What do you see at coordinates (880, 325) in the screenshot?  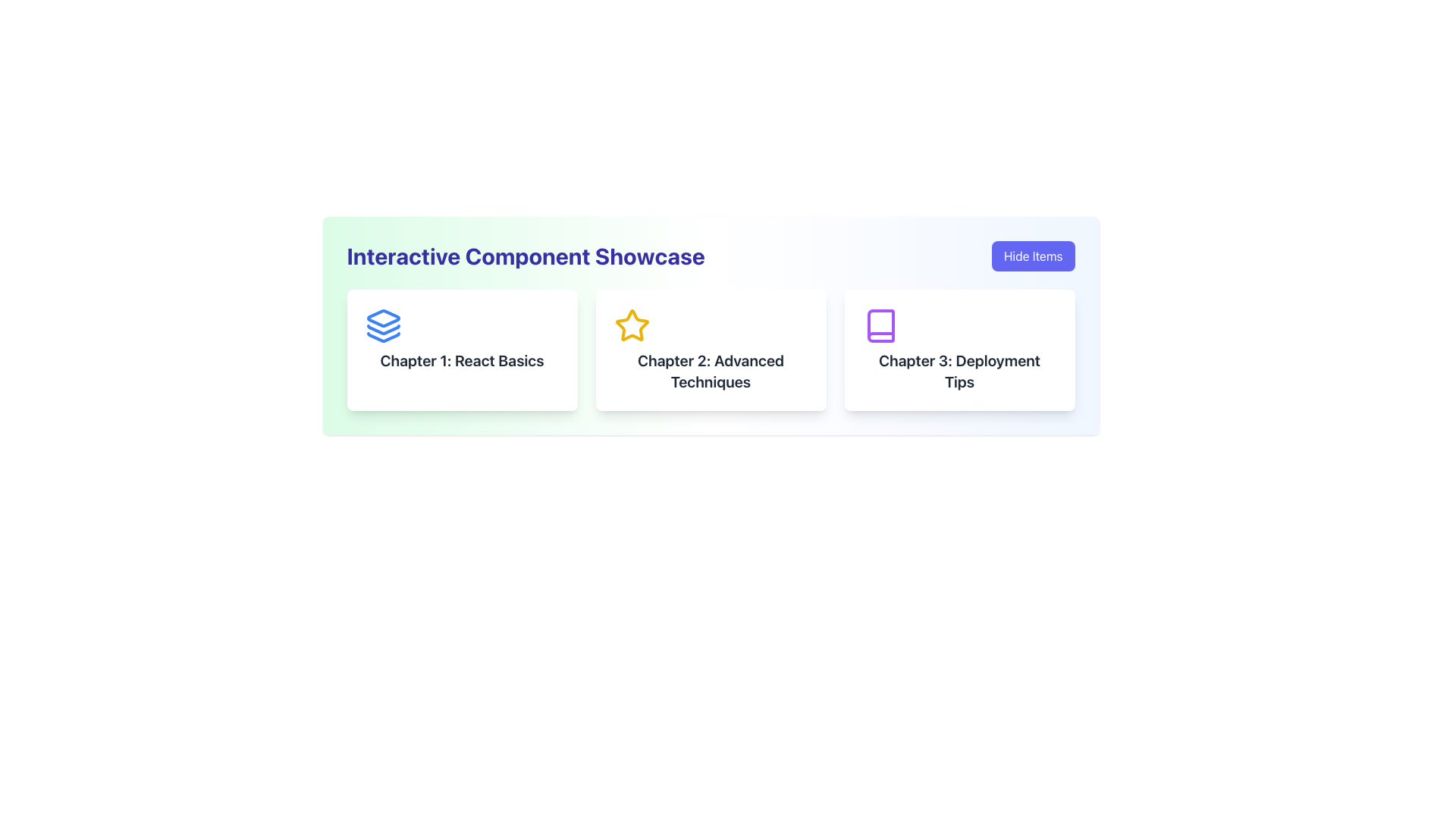 I see `the decorative icon representing 'Chapter 3: Deployment Tips' located inside the third card on the right in the horizontal layout` at bounding box center [880, 325].